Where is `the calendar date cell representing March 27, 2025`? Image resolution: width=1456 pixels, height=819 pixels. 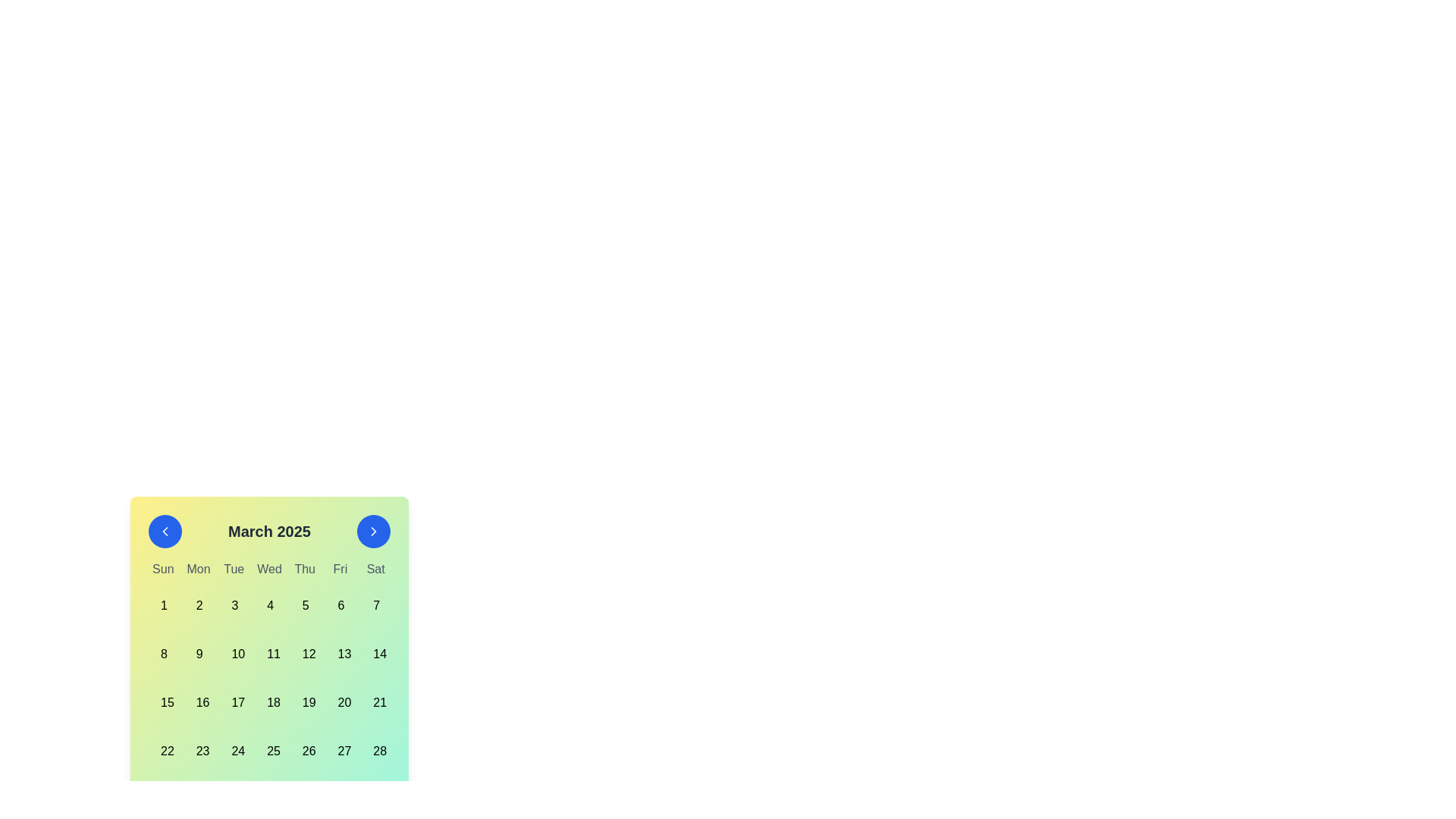 the calendar date cell representing March 27, 2025 is located at coordinates (339, 752).